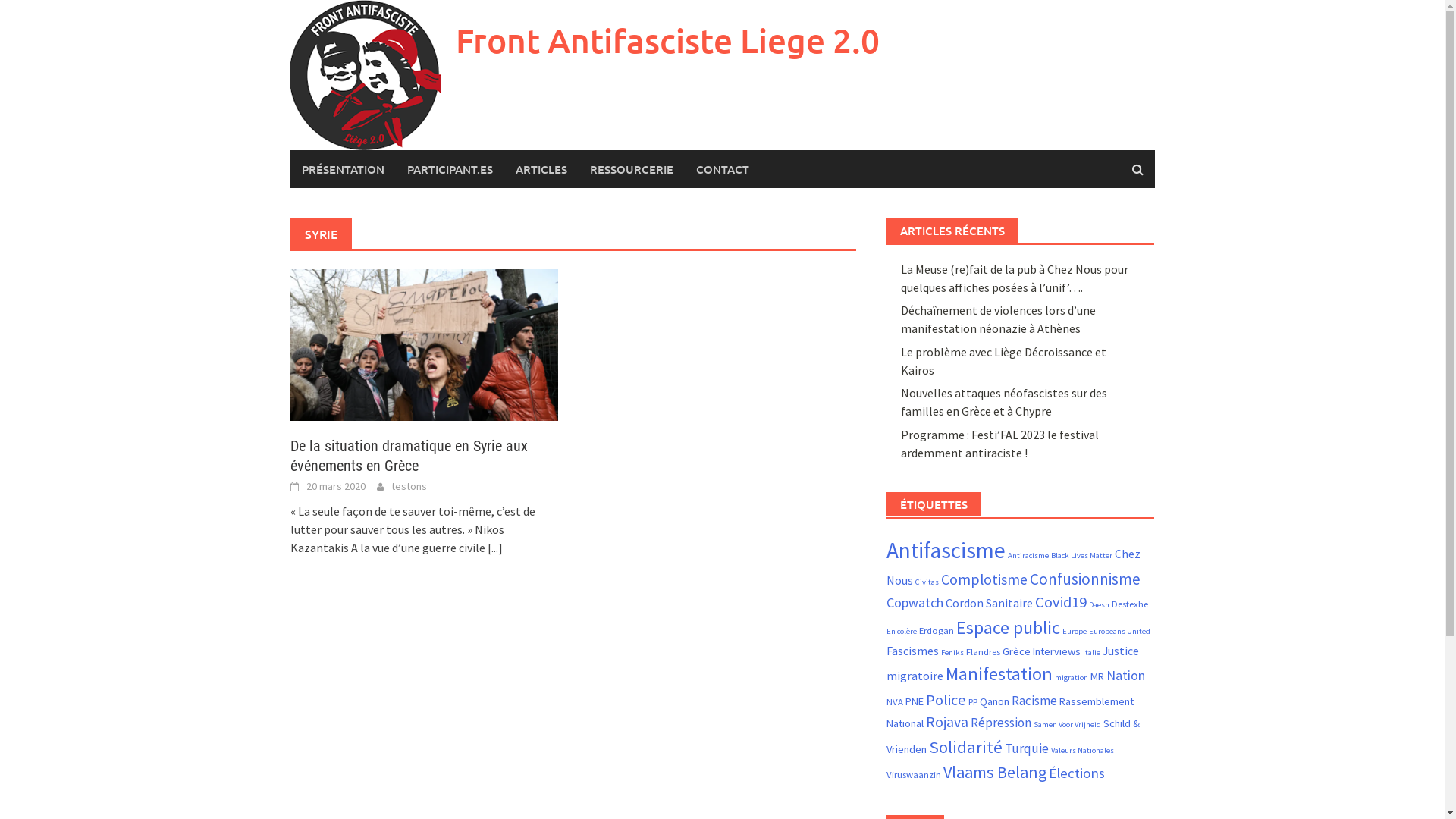  Describe the element at coordinates (1026, 748) in the screenshot. I see `'Turquie'` at that location.